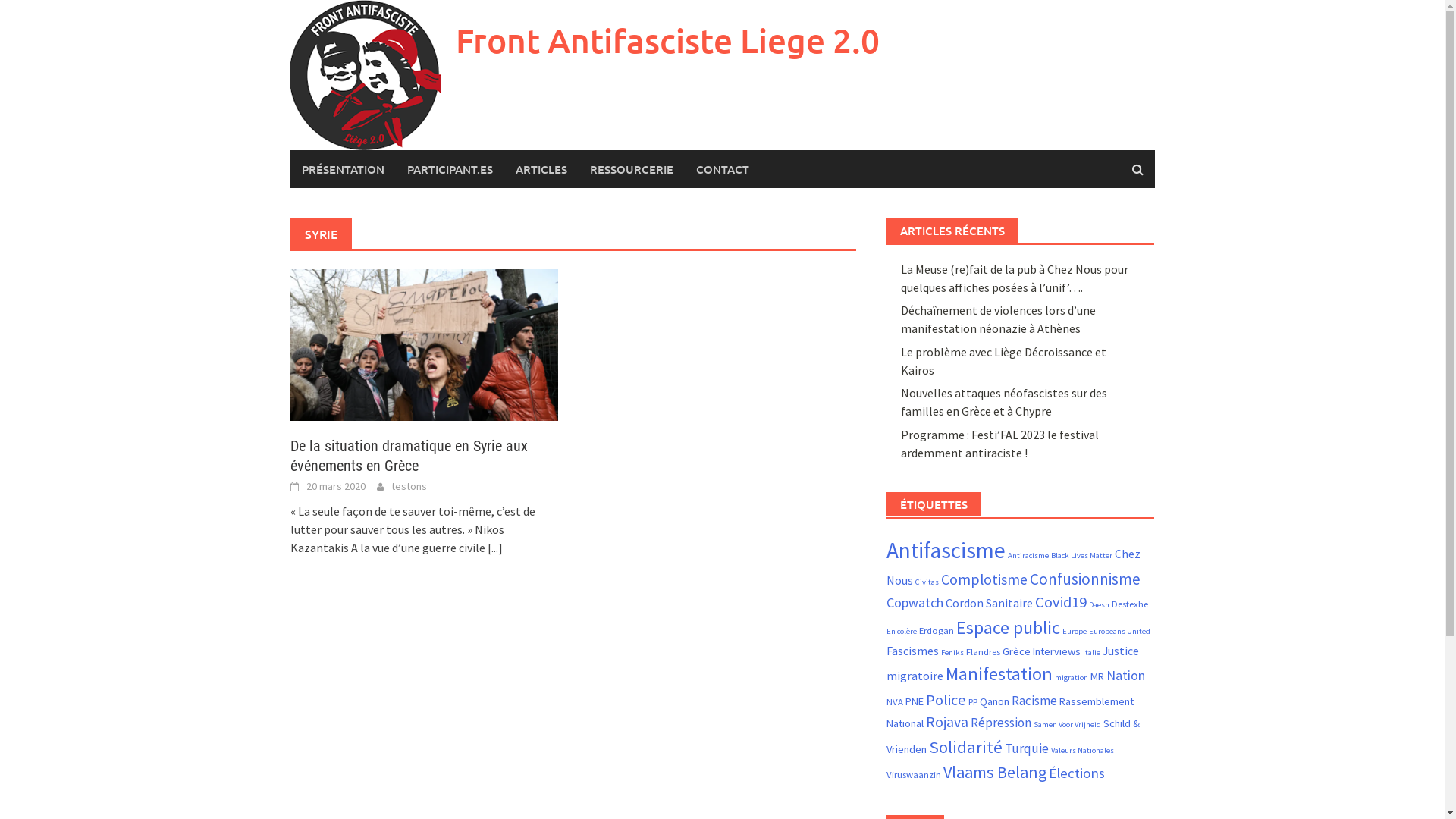  Describe the element at coordinates (1026, 748) in the screenshot. I see `'Turquie'` at that location.